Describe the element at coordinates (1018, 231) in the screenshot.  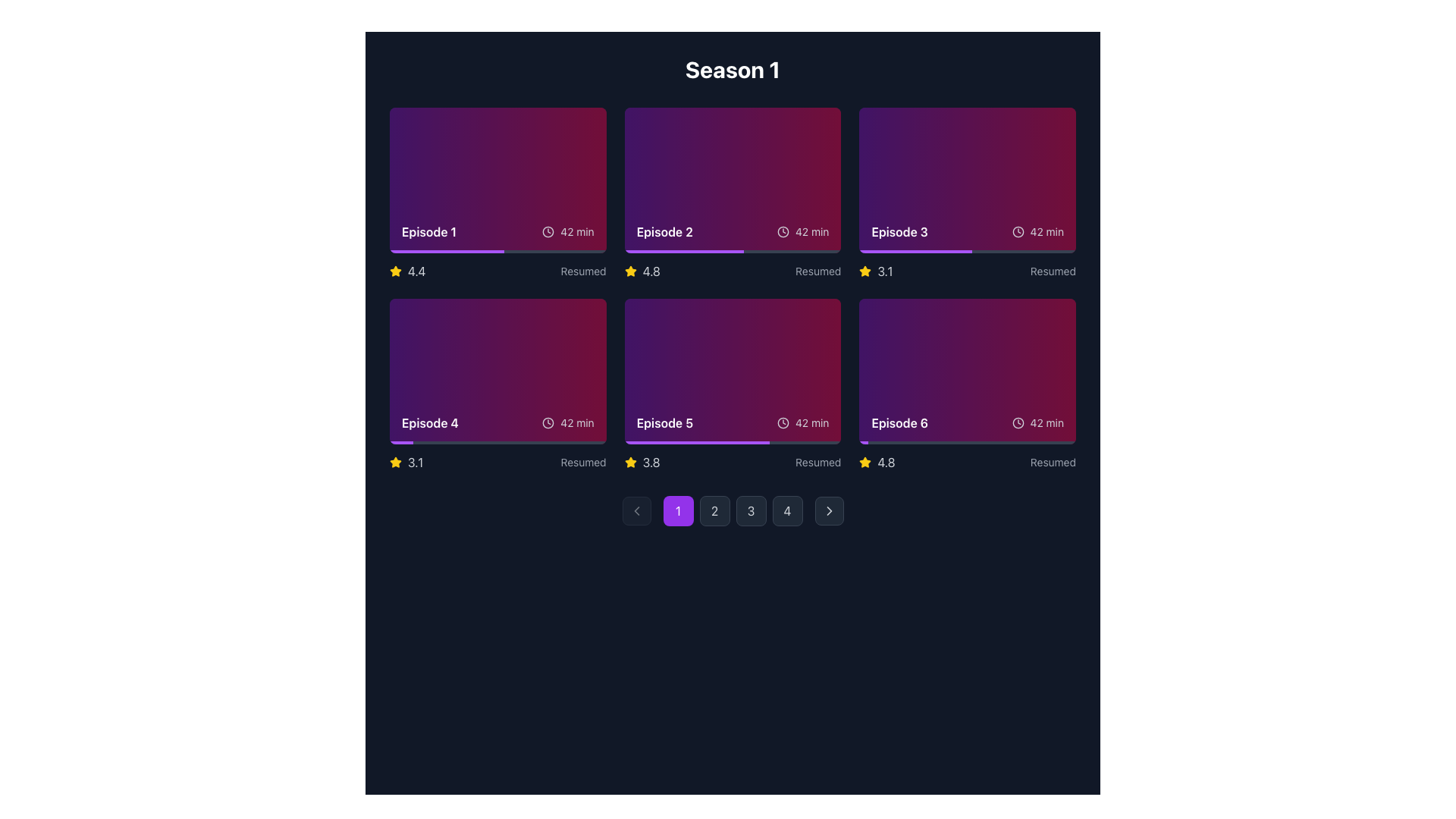
I see `the circular outline inside the clock icon located in the top-right corner of the Episode 3 block` at that location.